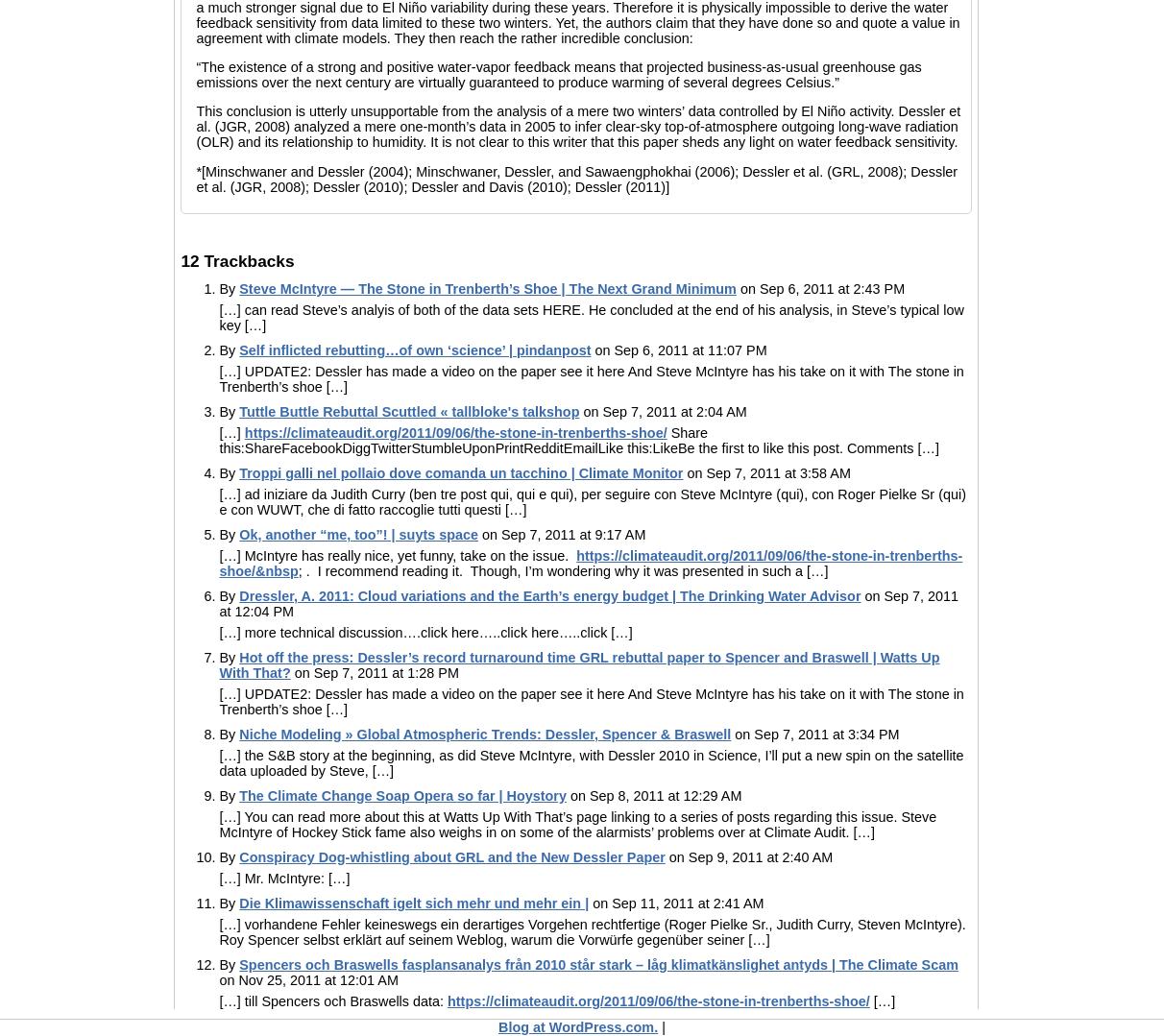 The width and height of the screenshot is (1164, 1036). What do you see at coordinates (591, 501) in the screenshot?
I see `'[…] ad iniziare da Judith Curry (ben tre post qui, qui e qui), per seguire con Steve McIntyre (qui), con Roger Pielke Sr (qui) e con WUWT, che di fatto raccoglie tutti questi […]'` at bounding box center [591, 501].